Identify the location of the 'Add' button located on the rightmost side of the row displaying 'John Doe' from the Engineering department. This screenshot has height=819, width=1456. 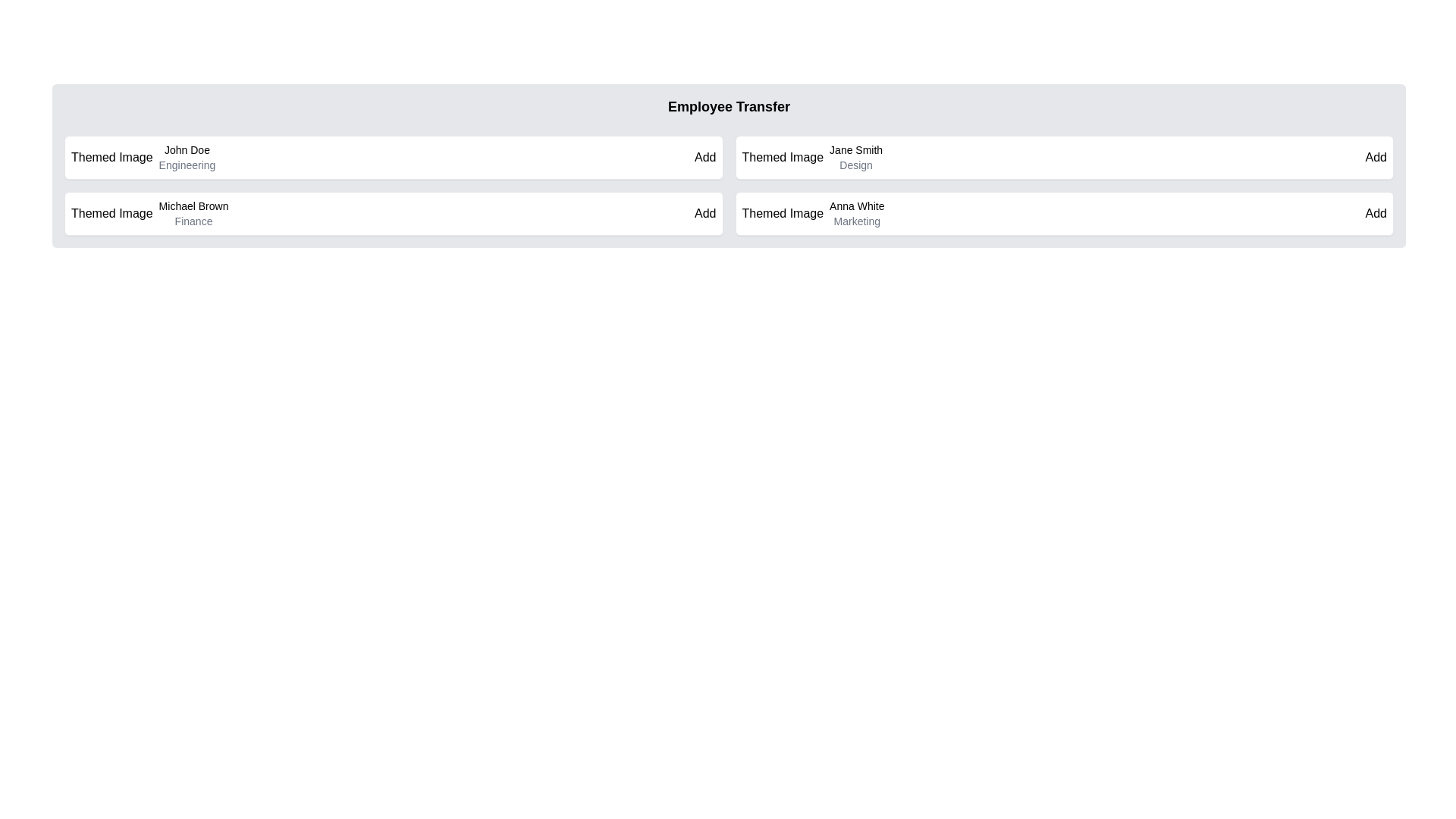
(704, 158).